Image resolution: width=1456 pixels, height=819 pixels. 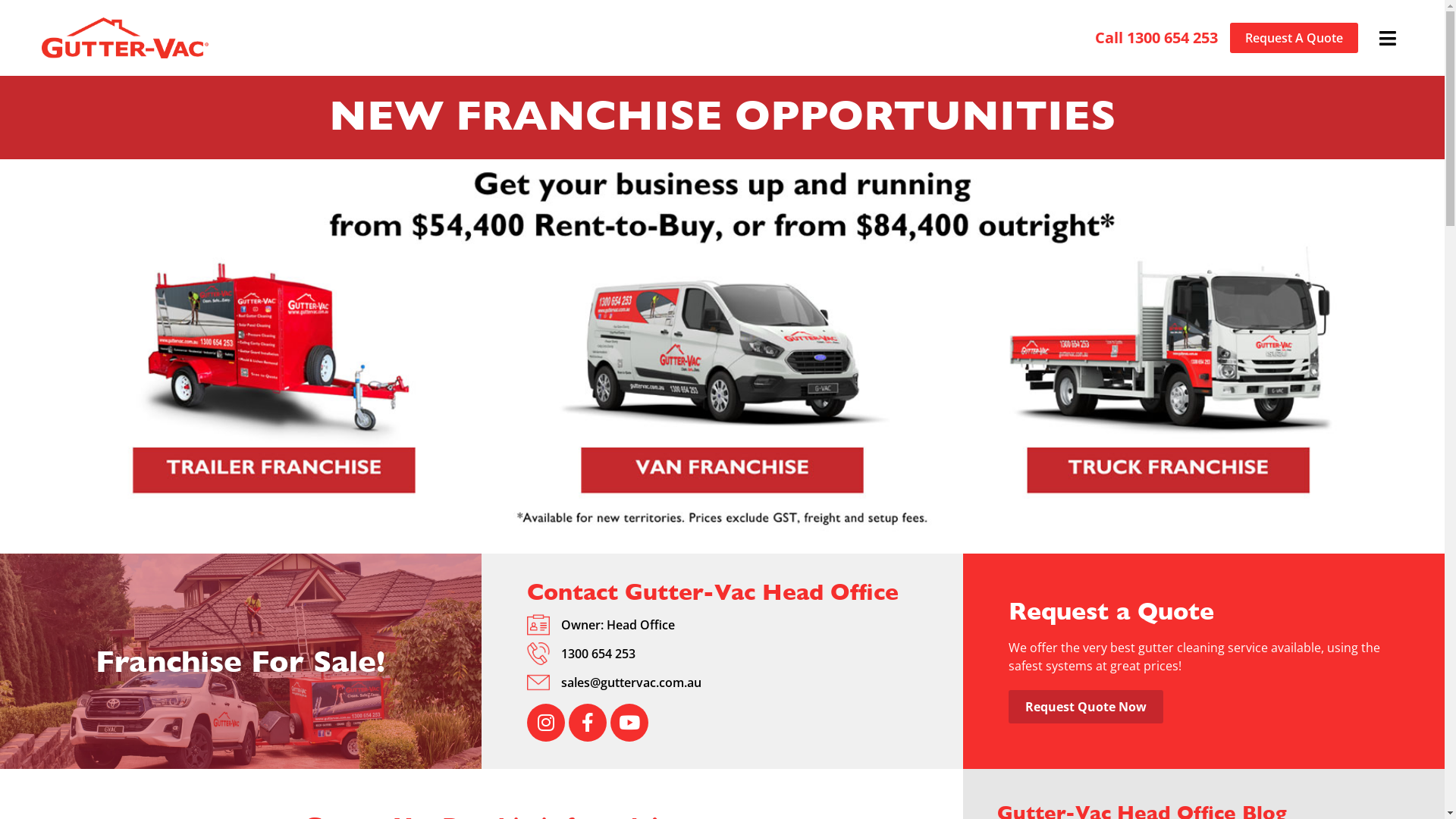 What do you see at coordinates (1293, 37) in the screenshot?
I see `'Request A Quote'` at bounding box center [1293, 37].